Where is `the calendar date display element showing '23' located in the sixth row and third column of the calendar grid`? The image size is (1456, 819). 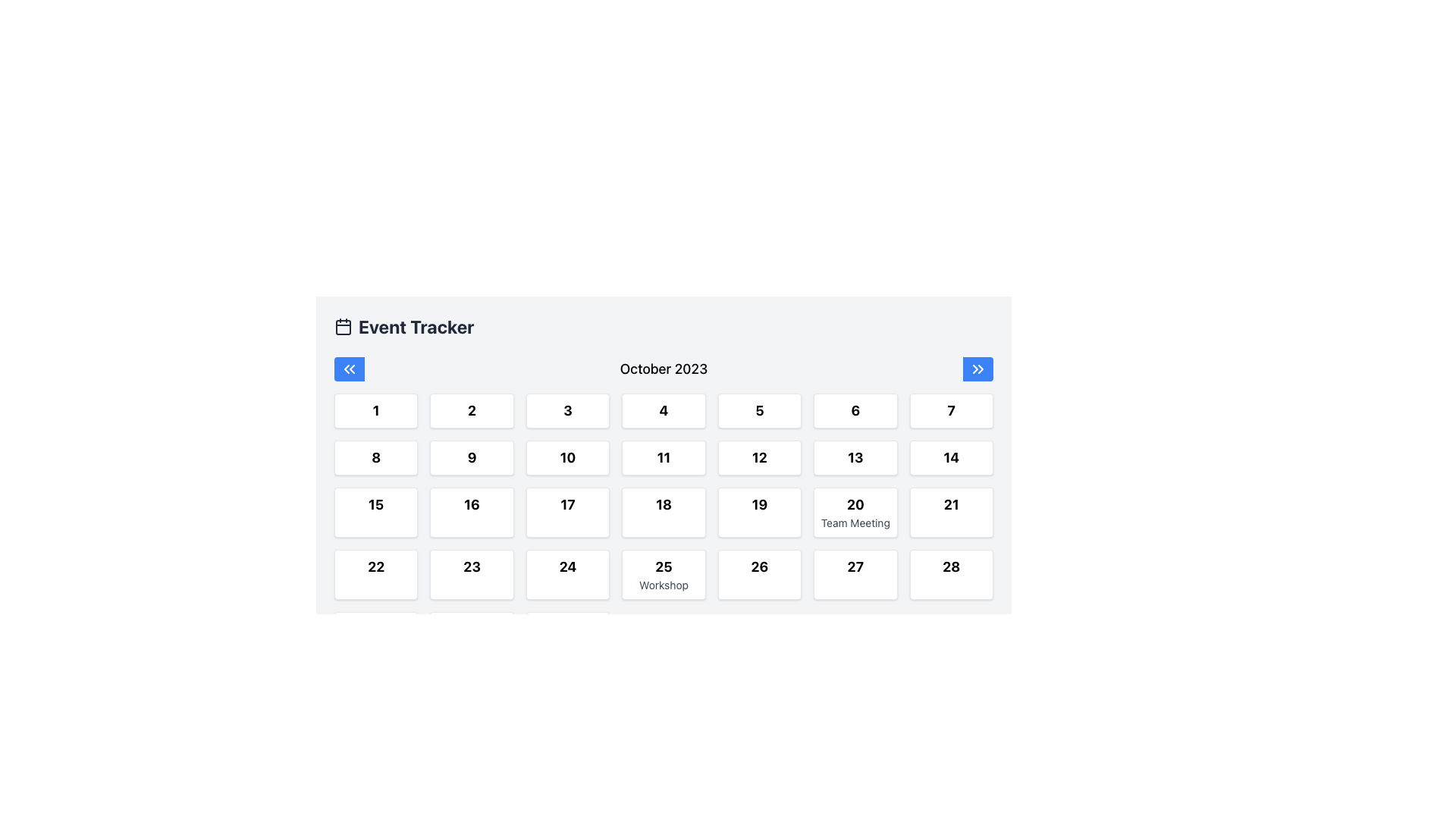
the calendar date display element showing '23' located in the sixth row and third column of the calendar grid is located at coordinates (471, 575).